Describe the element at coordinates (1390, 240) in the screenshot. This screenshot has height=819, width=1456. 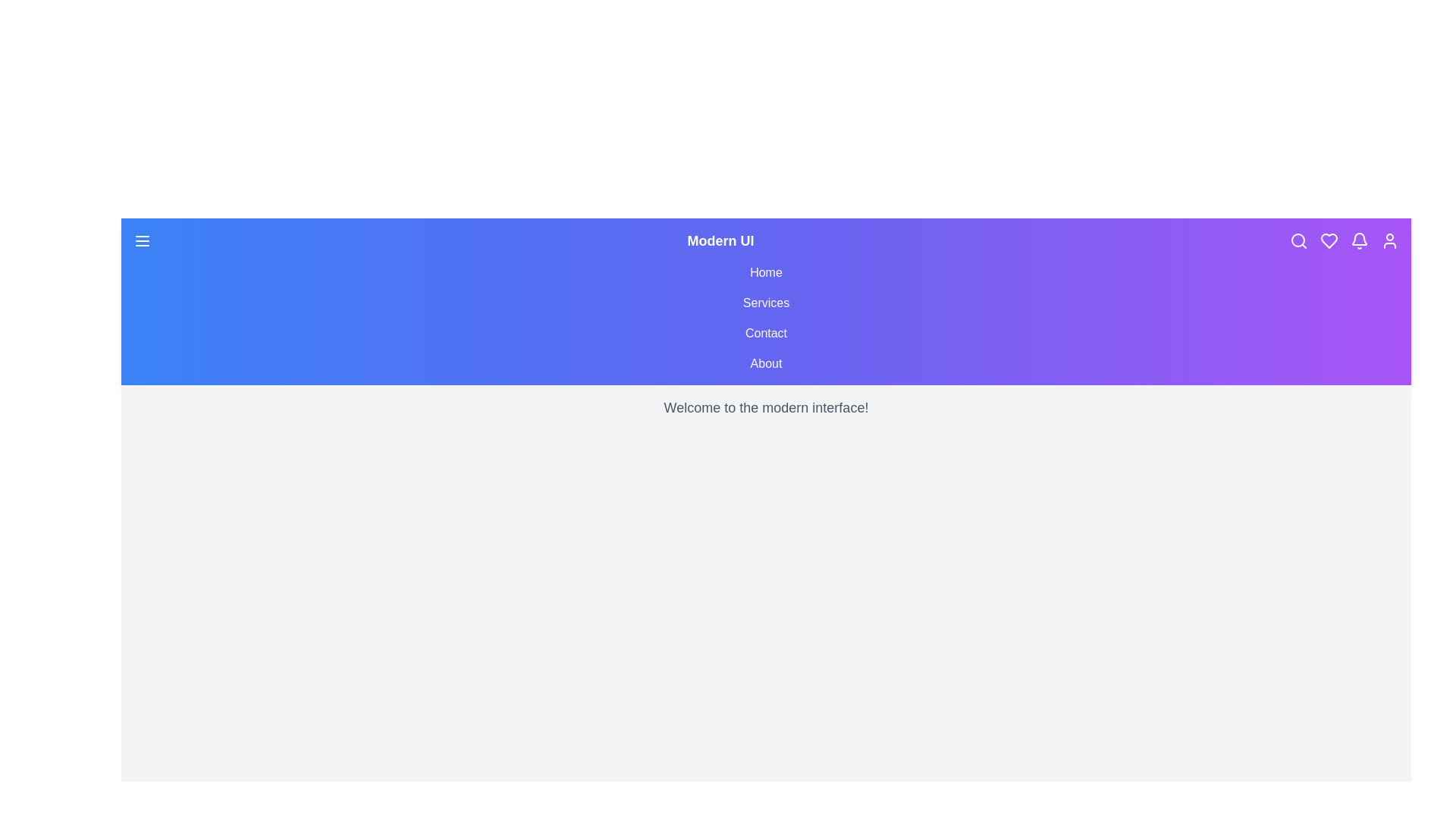
I see `the user icon to access profile or account-related actions` at that location.